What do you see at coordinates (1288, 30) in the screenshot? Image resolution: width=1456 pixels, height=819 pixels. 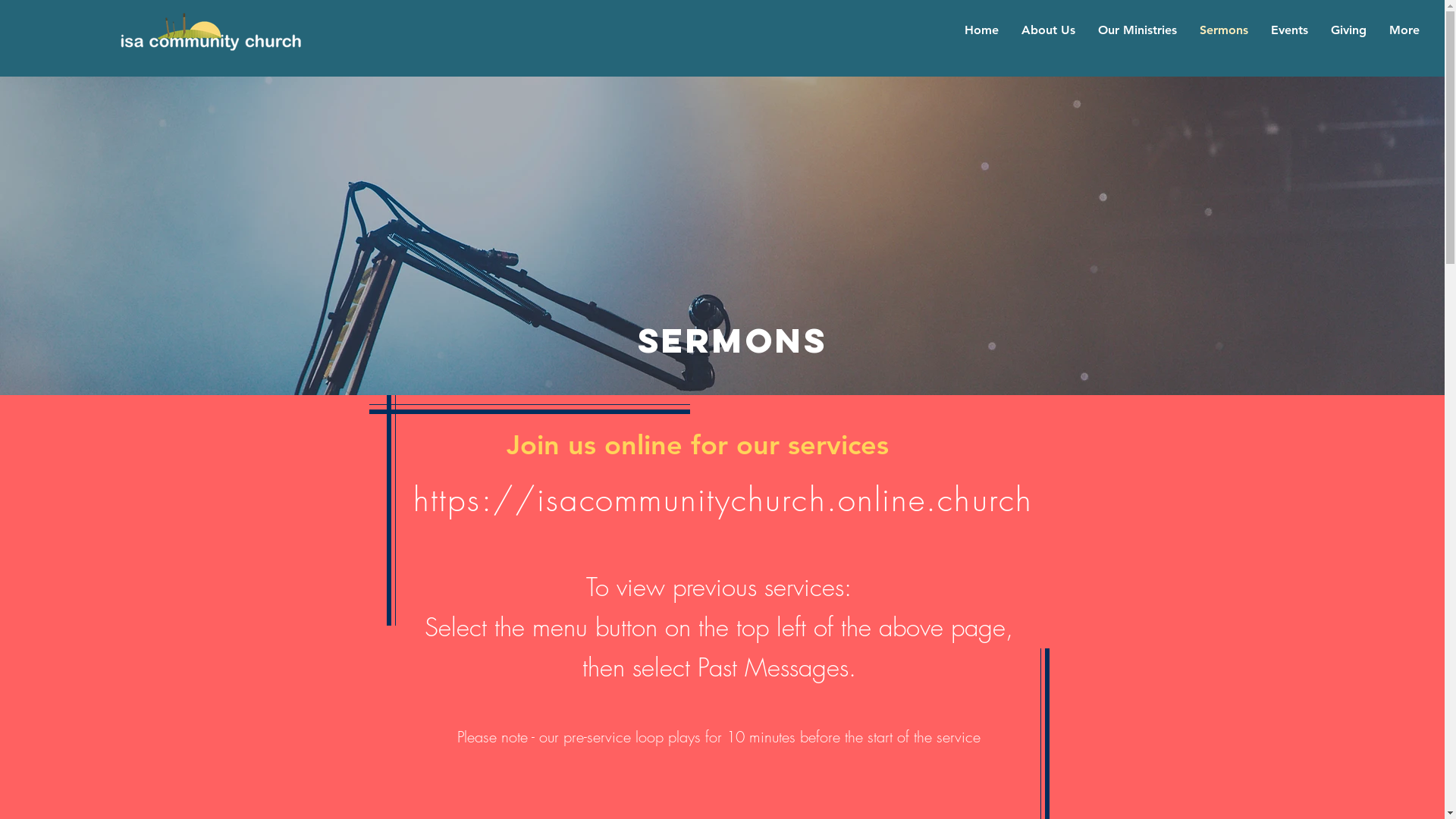 I see `'Events'` at bounding box center [1288, 30].